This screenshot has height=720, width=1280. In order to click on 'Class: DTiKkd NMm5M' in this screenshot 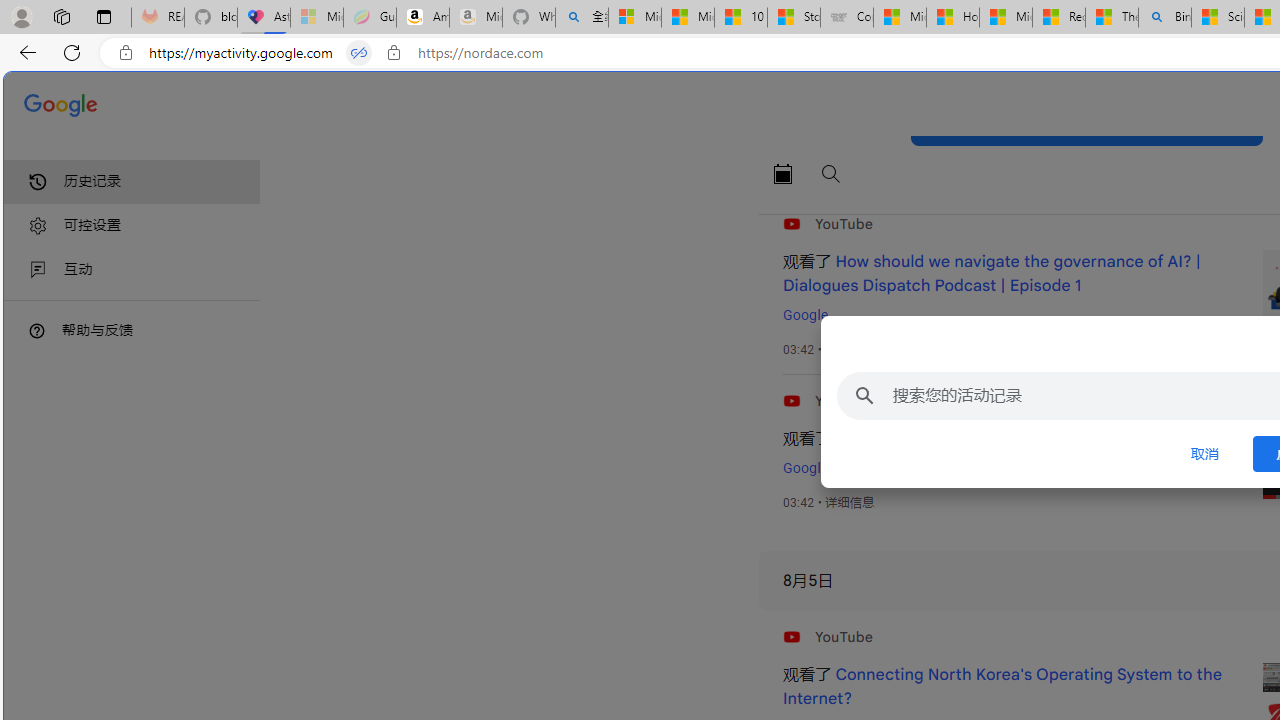, I will do `click(37, 329)`.